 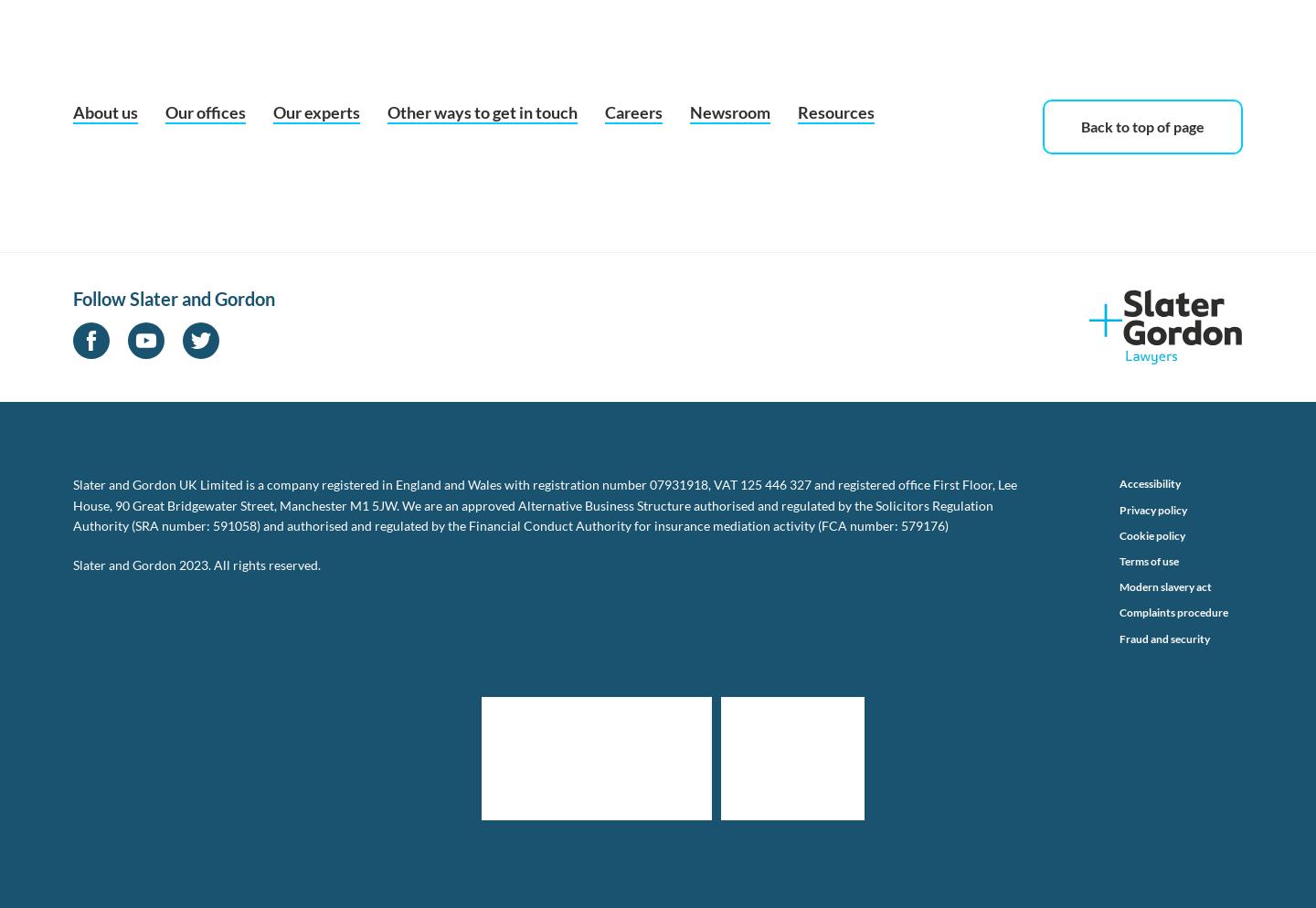 What do you see at coordinates (1165, 586) in the screenshot?
I see `'Modern slavery act'` at bounding box center [1165, 586].